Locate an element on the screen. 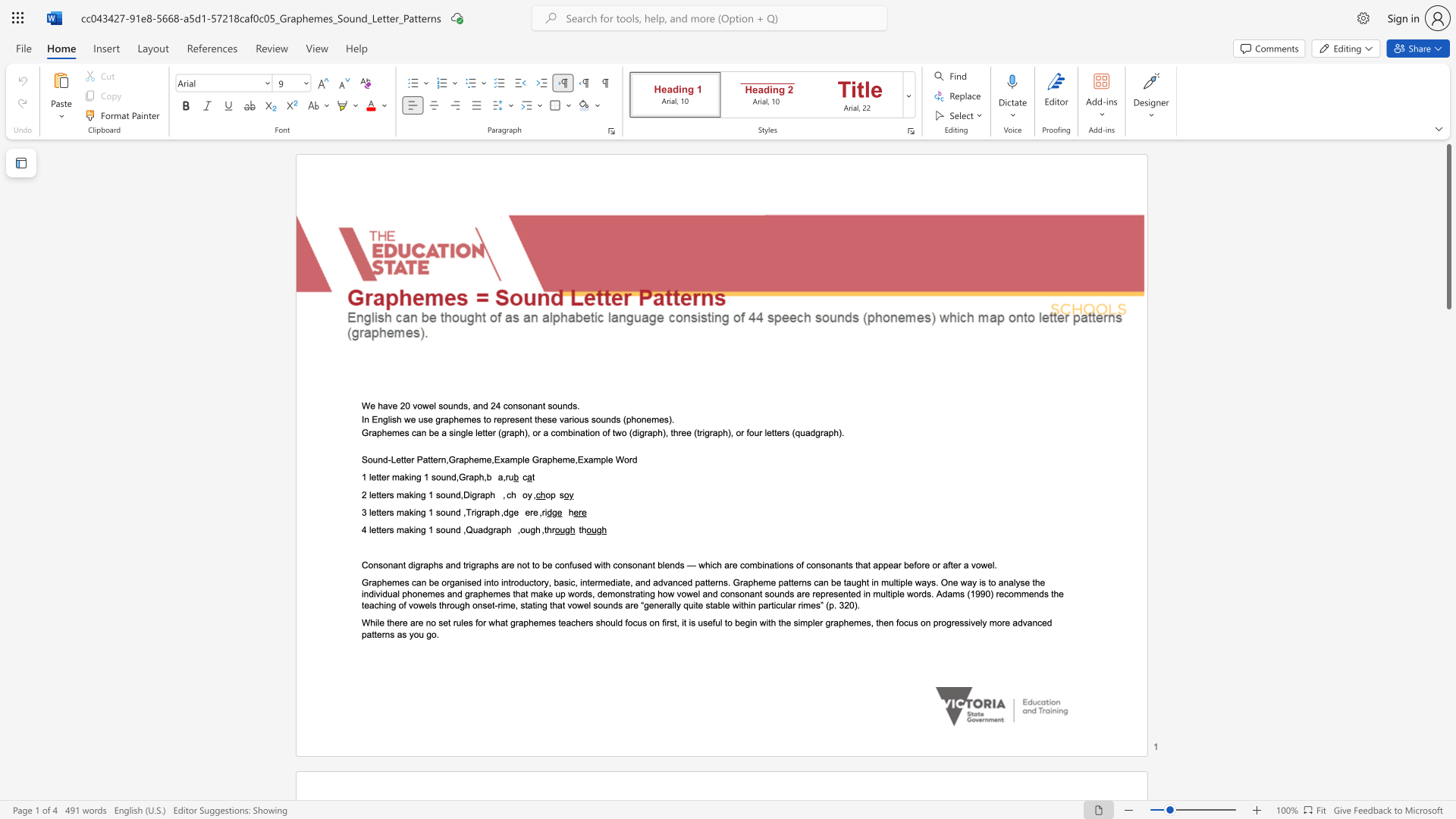 Image resolution: width=1456 pixels, height=819 pixels. the scrollbar on the right to shift the page lower is located at coordinates (1448, 537).